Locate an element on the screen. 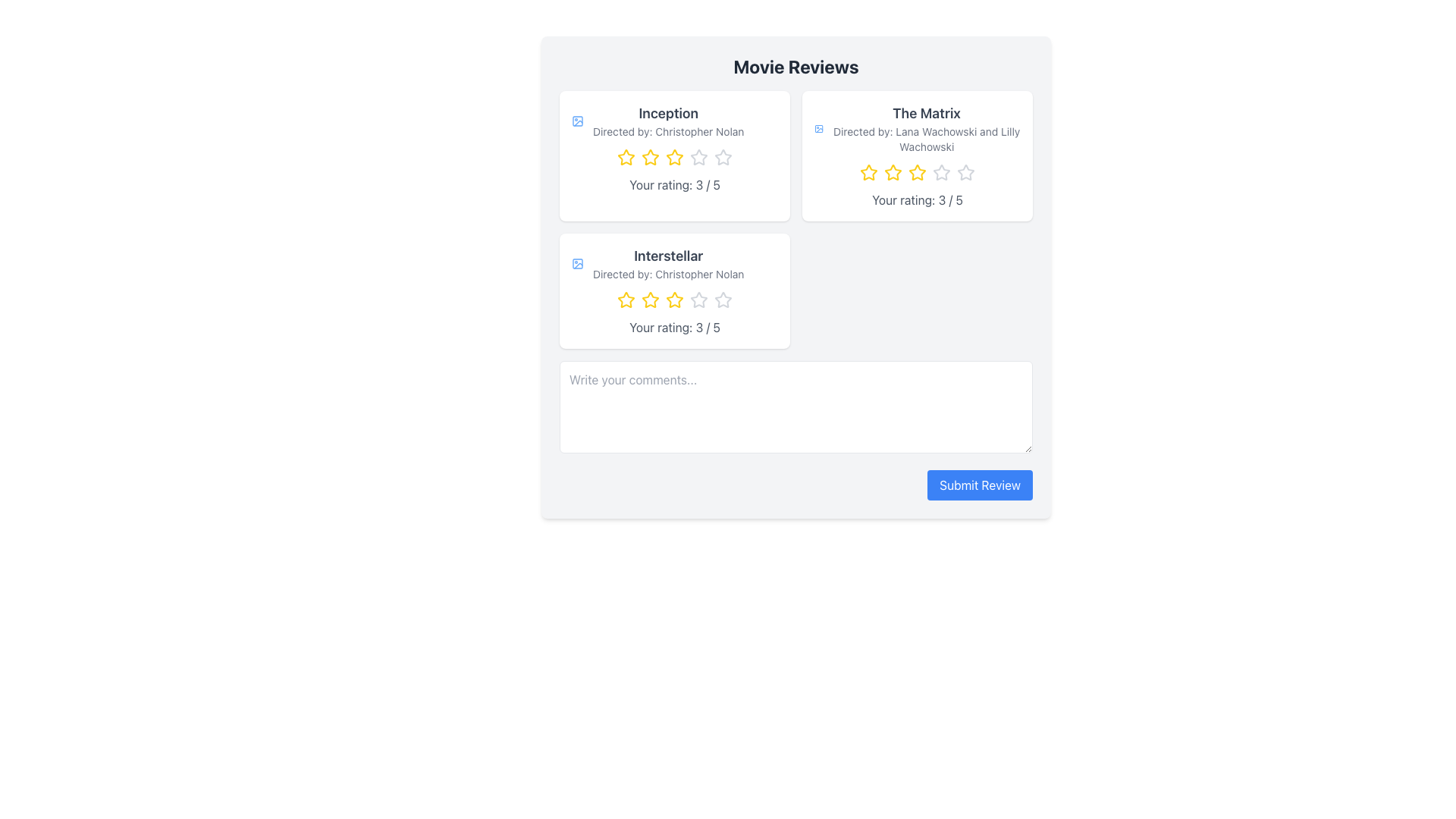  static text label displaying the user's current rating for the movie 'Inception', which is located below the star icons in the review card is located at coordinates (673, 184).